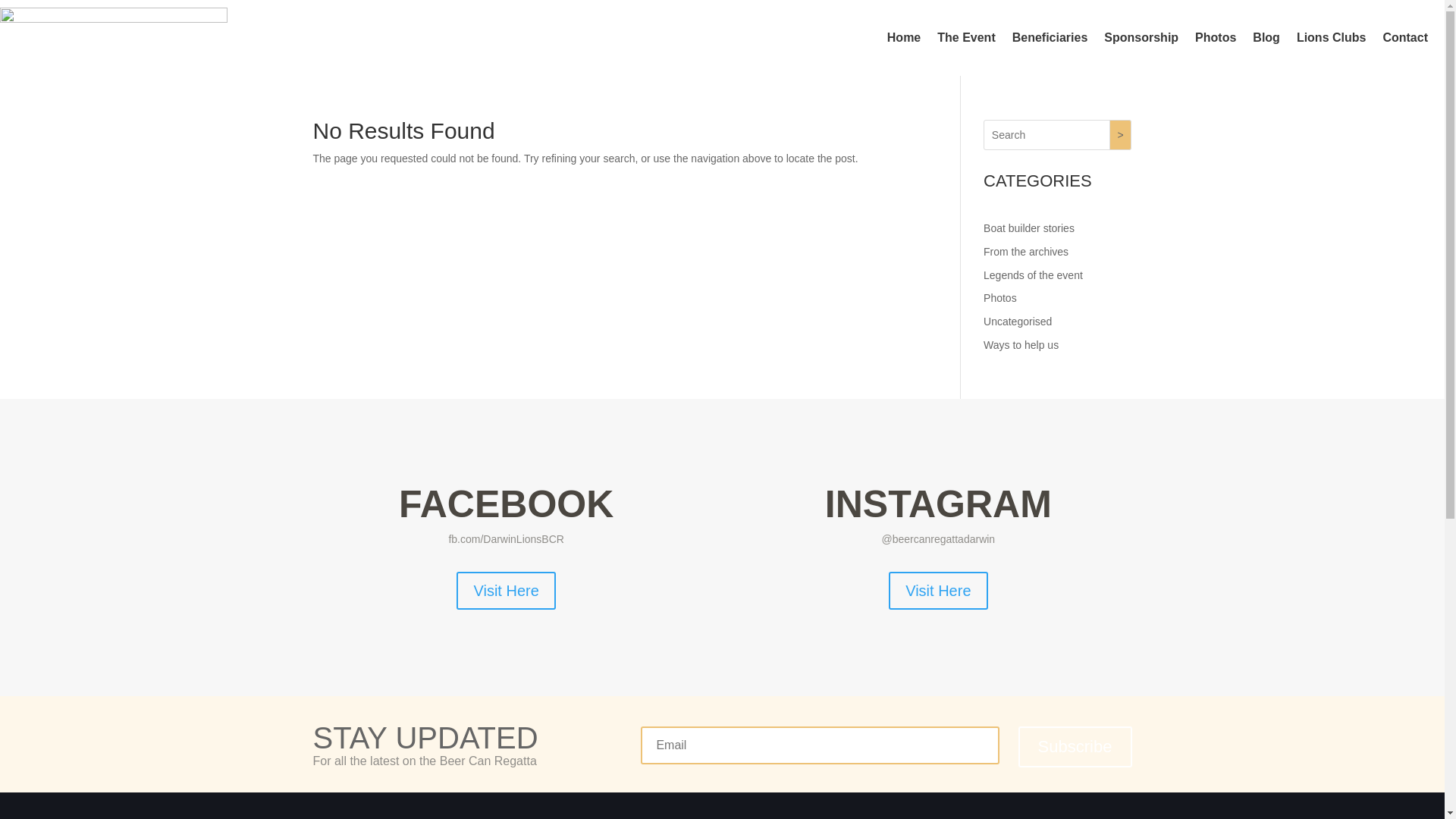 This screenshot has height=819, width=1456. I want to click on '>', so click(1121, 133).